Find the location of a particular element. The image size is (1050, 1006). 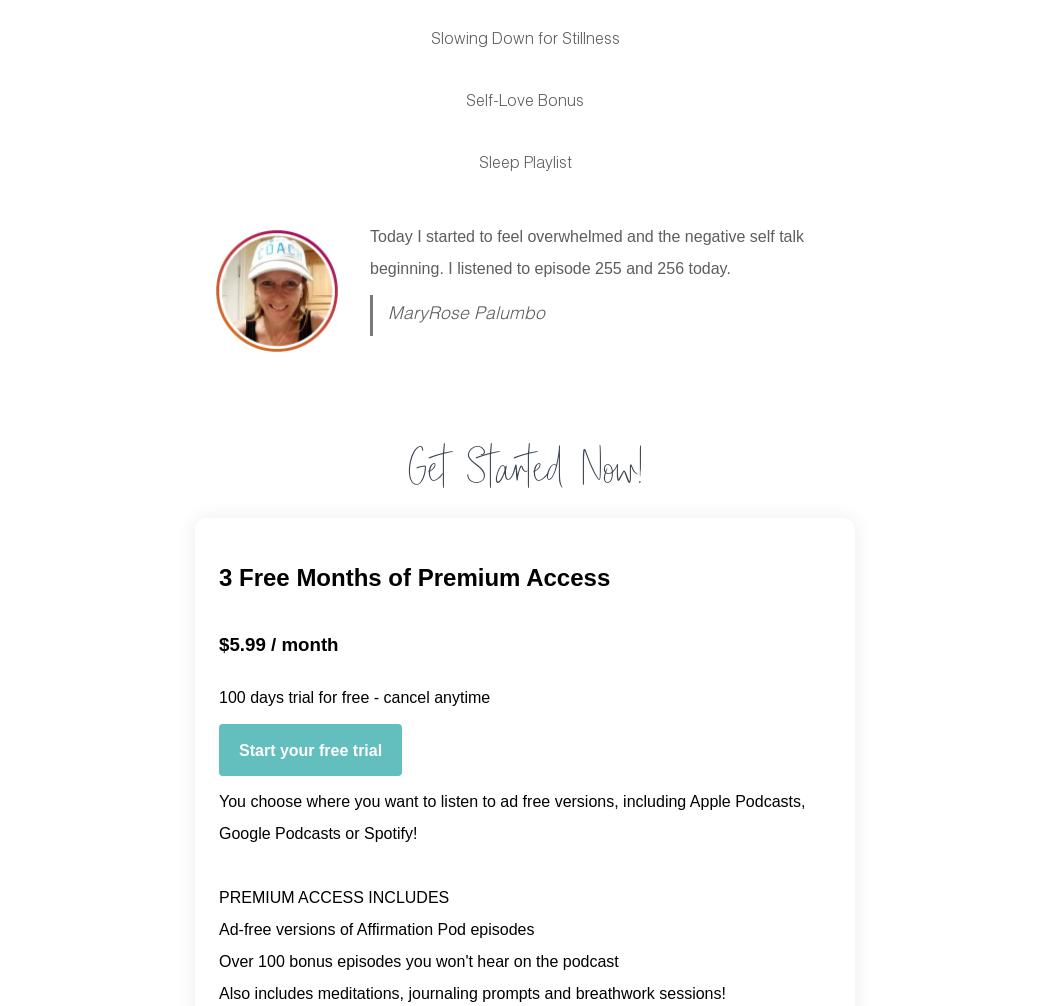

'Slowing Down for Stillness' is located at coordinates (523, 40).